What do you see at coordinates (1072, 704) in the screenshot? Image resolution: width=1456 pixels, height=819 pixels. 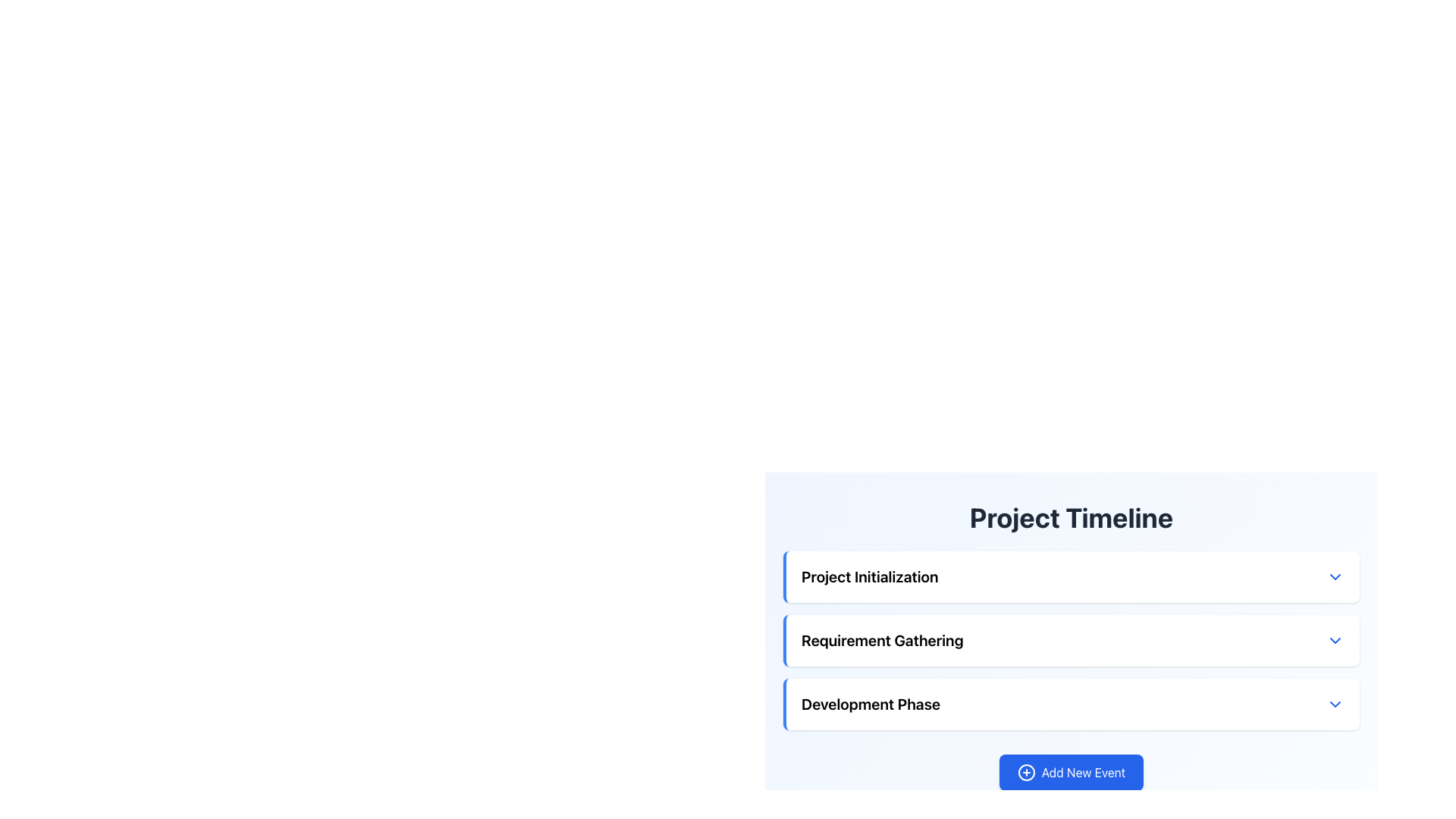 I see `the 'Development Phase' Collapsible List Item element, which is the third item in a vertical list under 'Project Timeline' and features a blue downward-pointing arrow` at bounding box center [1072, 704].